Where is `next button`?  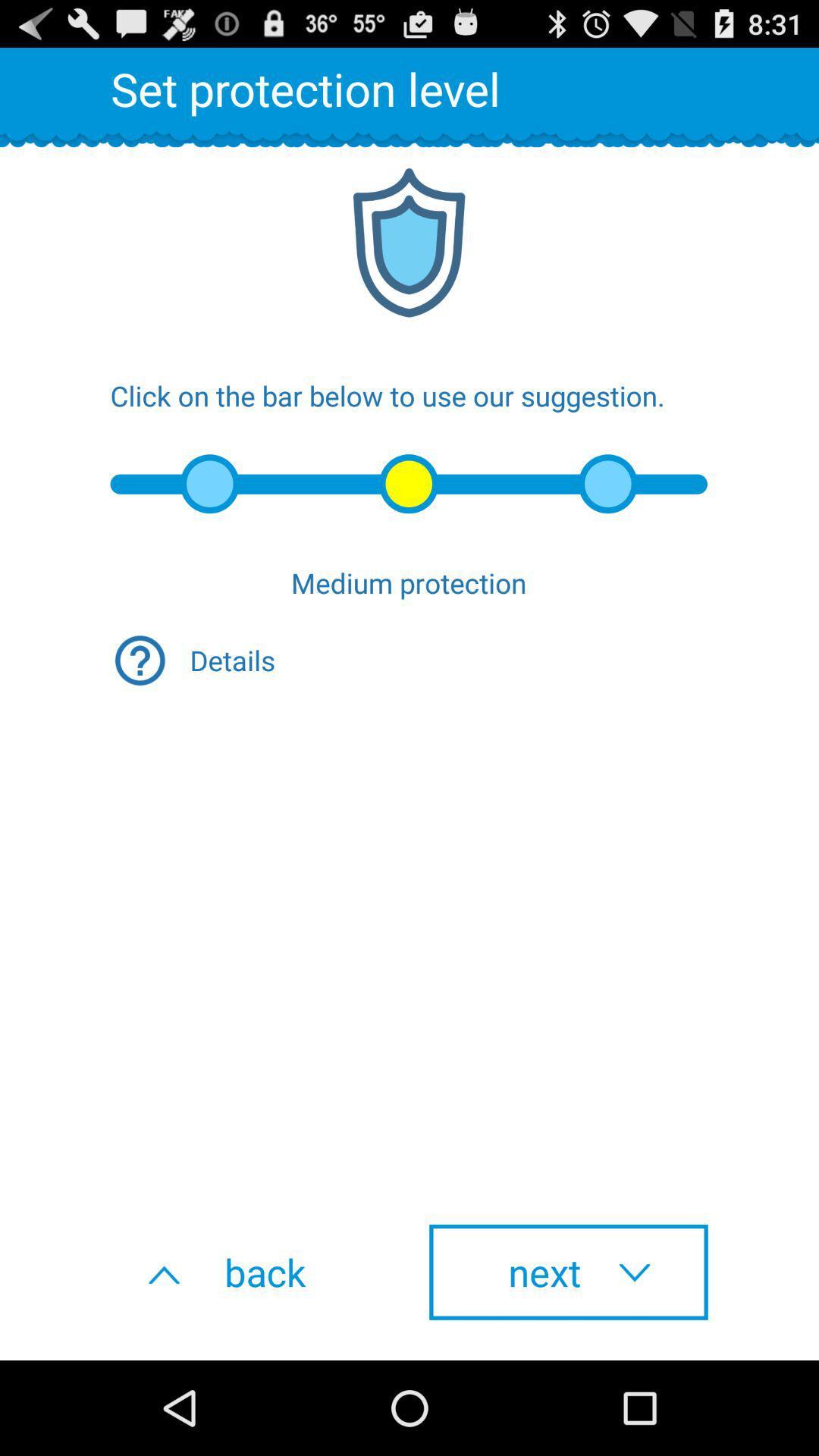
next button is located at coordinates (568, 1272).